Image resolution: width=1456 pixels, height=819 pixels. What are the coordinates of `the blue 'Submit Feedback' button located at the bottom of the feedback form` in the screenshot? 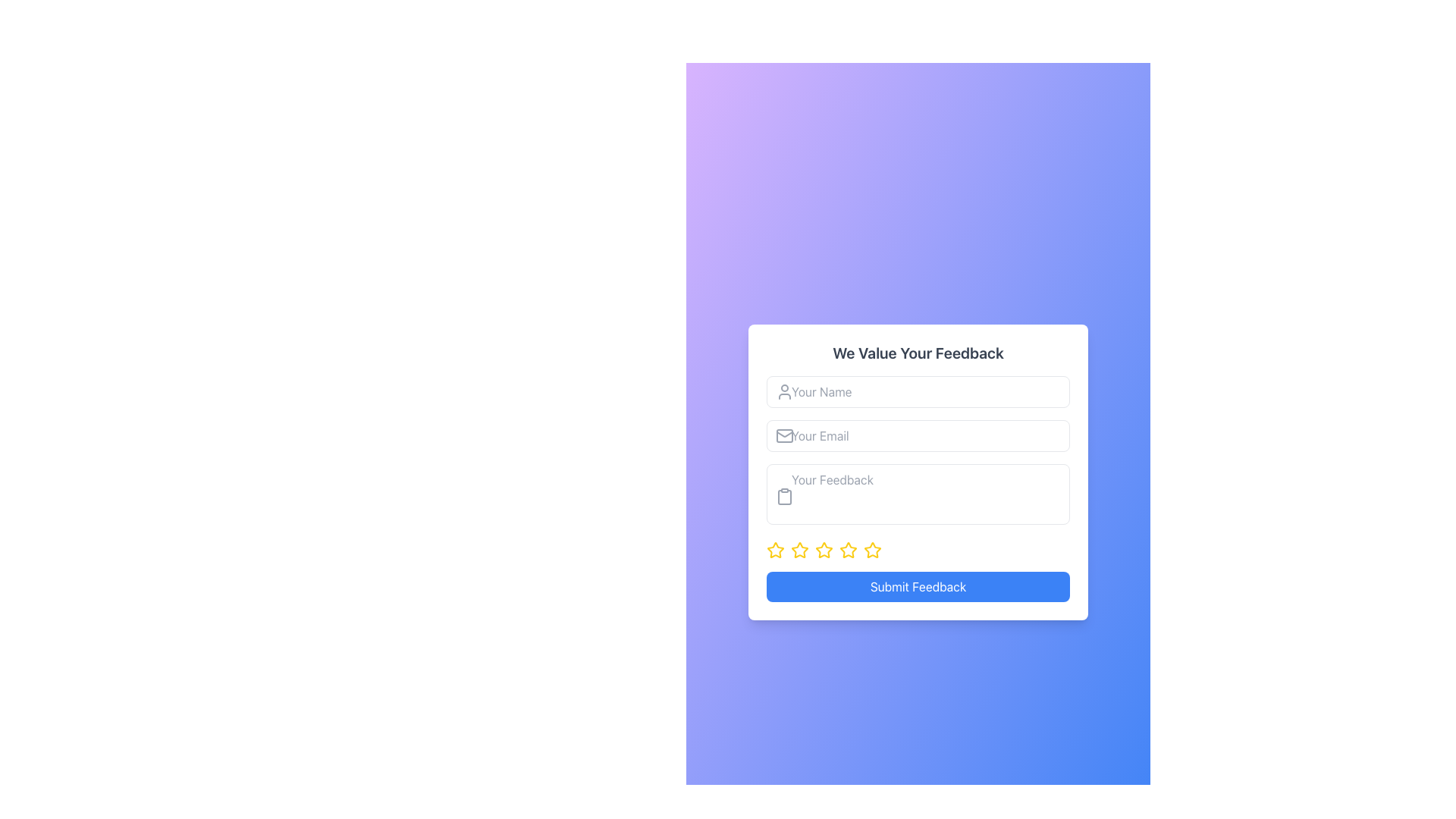 It's located at (917, 586).